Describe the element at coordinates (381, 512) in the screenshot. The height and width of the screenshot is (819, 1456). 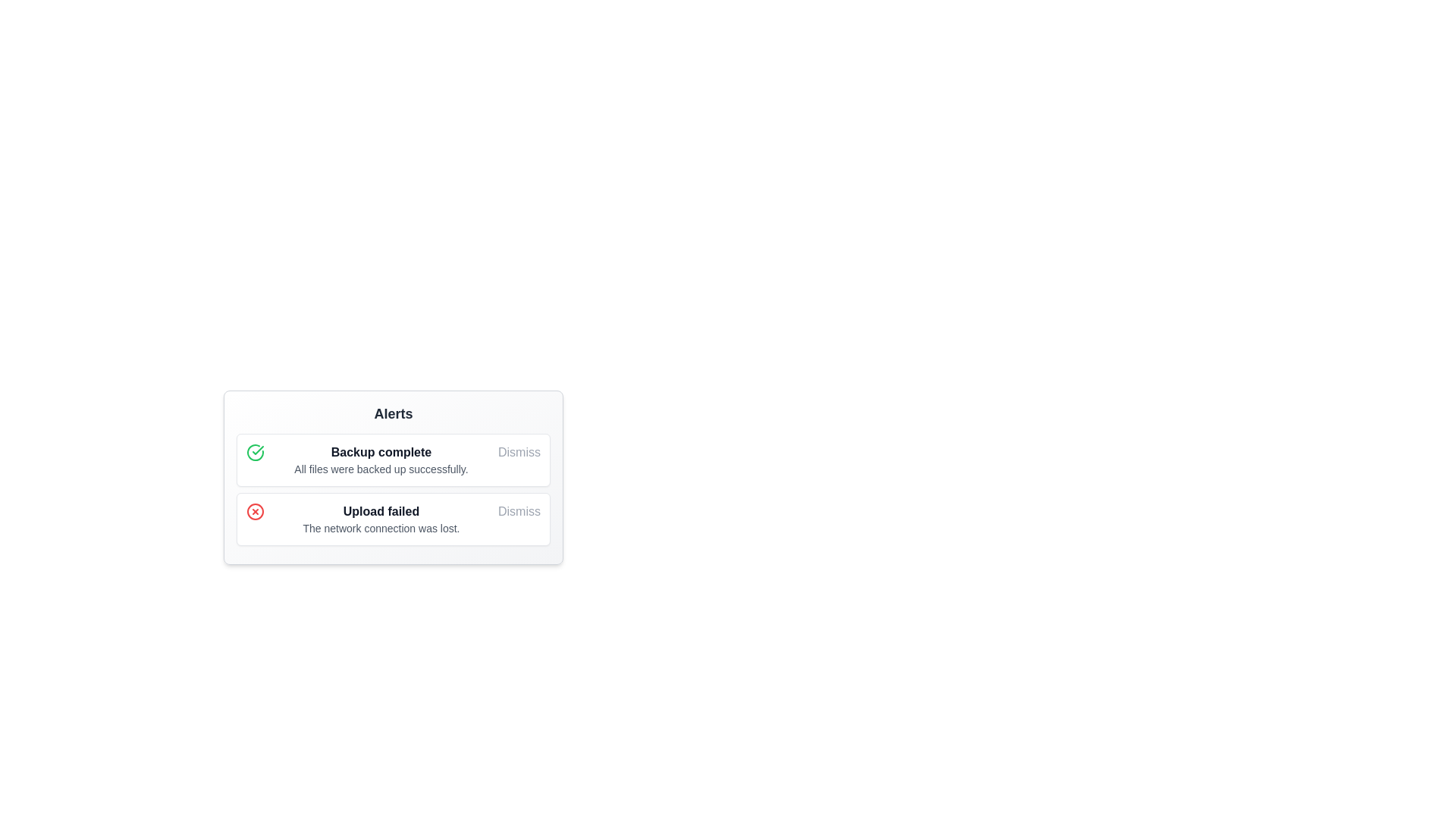
I see `message displayed in the alert box that states 'Upload failed', which is styled with bold text and is part of a failed upload status notification` at that location.